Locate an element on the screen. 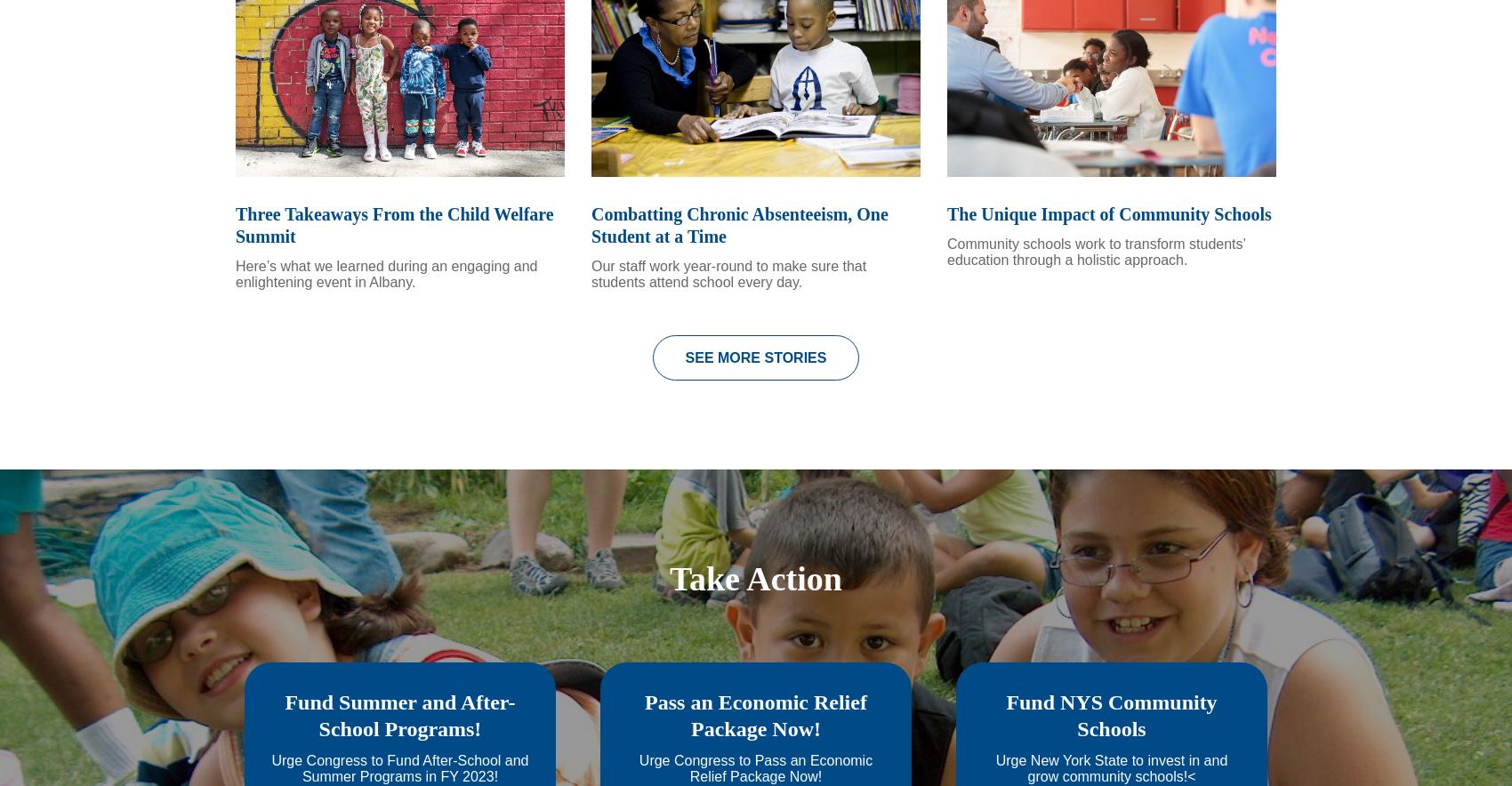 This screenshot has width=1512, height=786. 'Our staff work year-round to make sure that students attend school every day.' is located at coordinates (728, 296).